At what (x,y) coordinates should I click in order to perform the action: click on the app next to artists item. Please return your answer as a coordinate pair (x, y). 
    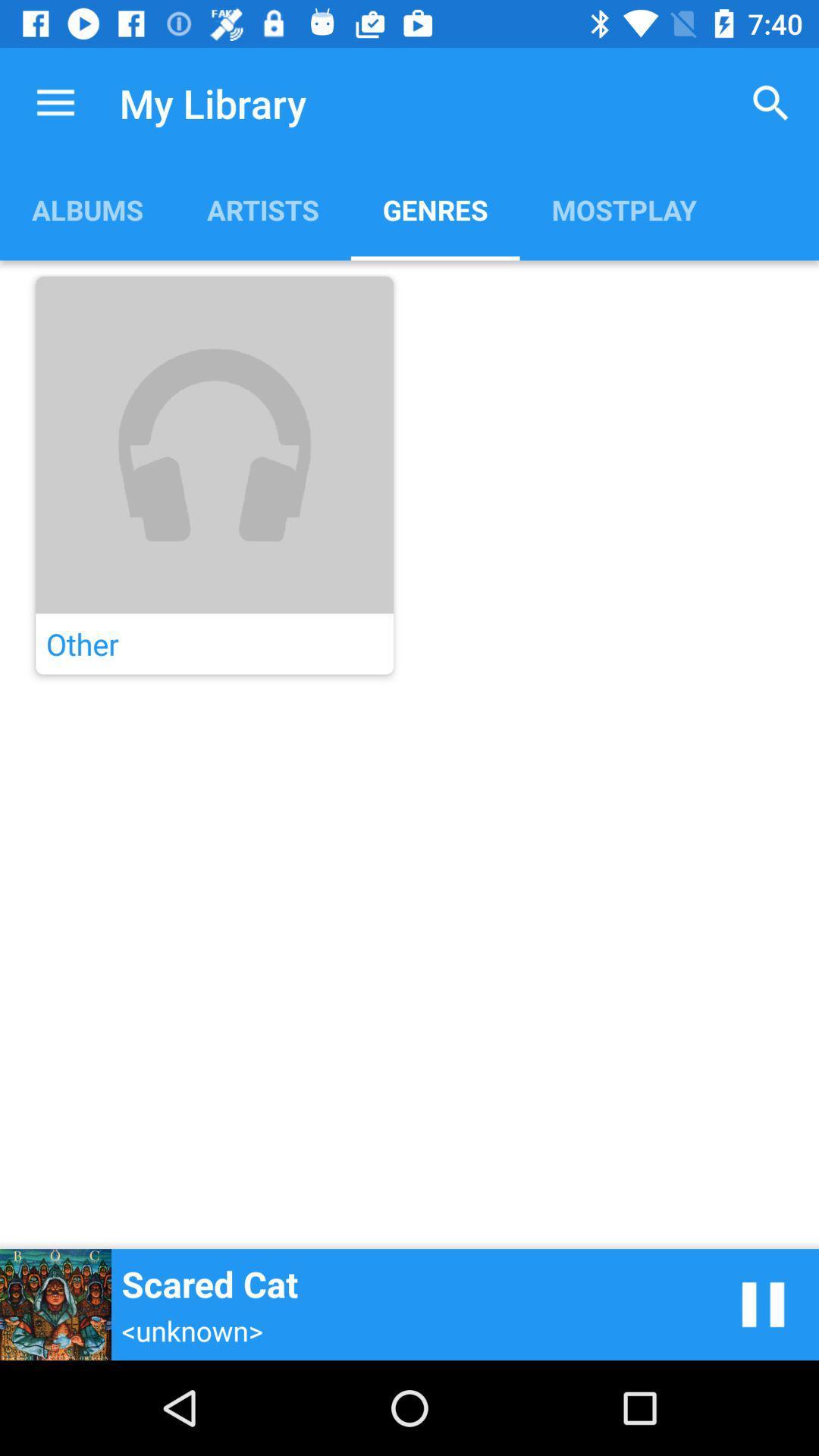
    Looking at the image, I should click on (87, 209).